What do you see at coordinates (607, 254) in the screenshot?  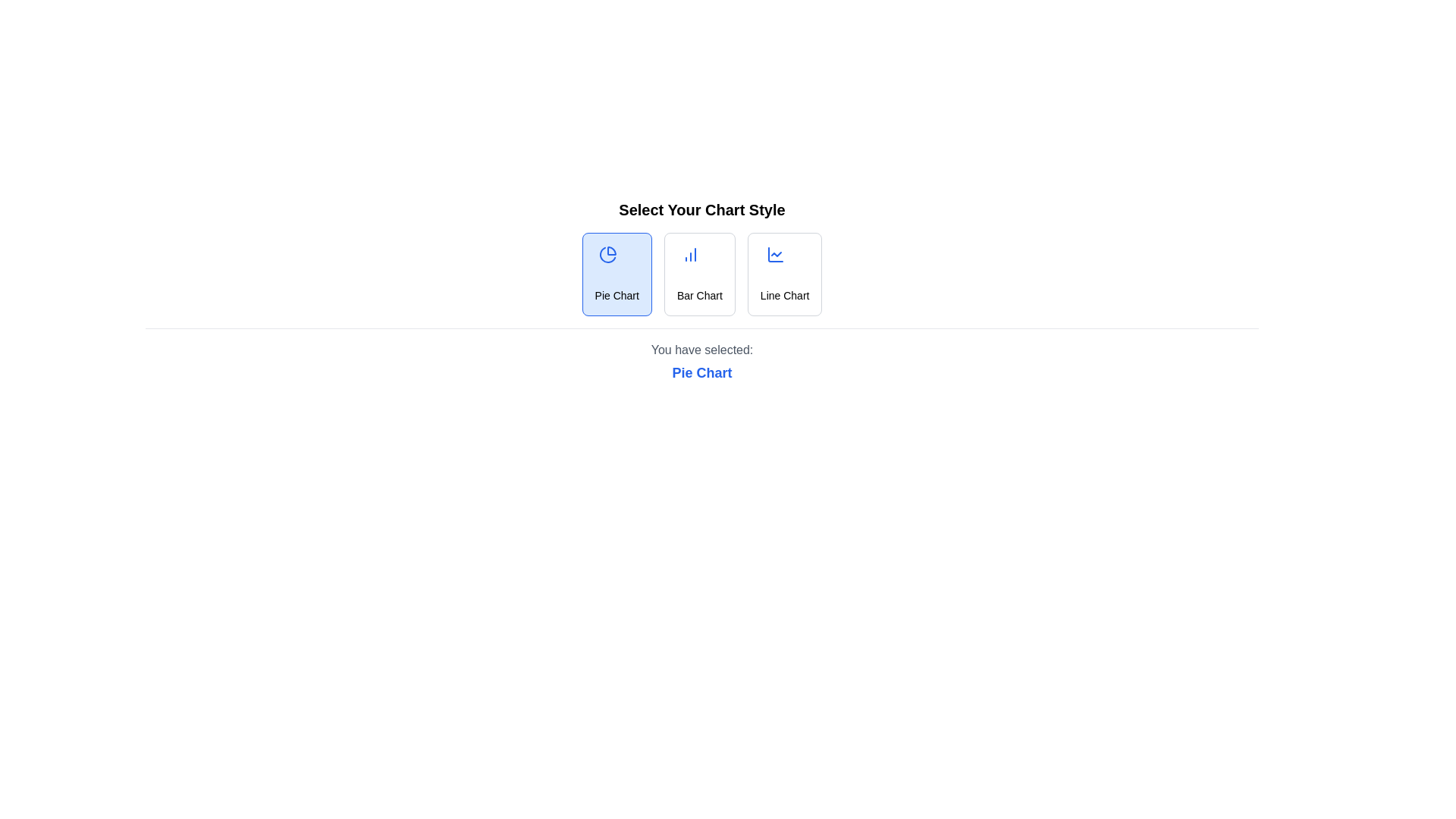 I see `the top left segment of the SVG circle representing the Pie Chart selection option, which is part of a group of three selectable chart icons labeled 'Pie Chart', 'Bar Chart', and 'Line Chart'` at bounding box center [607, 254].